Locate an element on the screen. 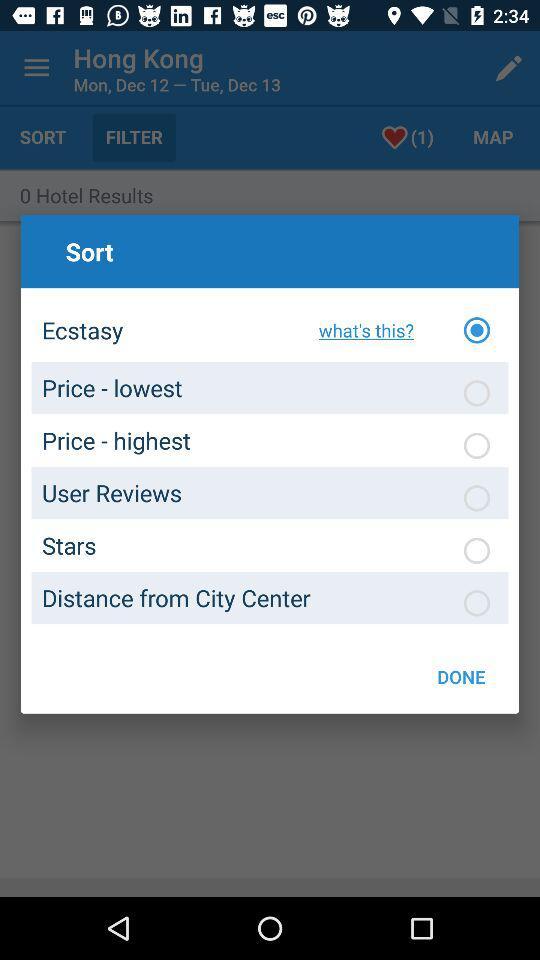 Image resolution: width=540 pixels, height=960 pixels. the option button is located at coordinates (475, 330).